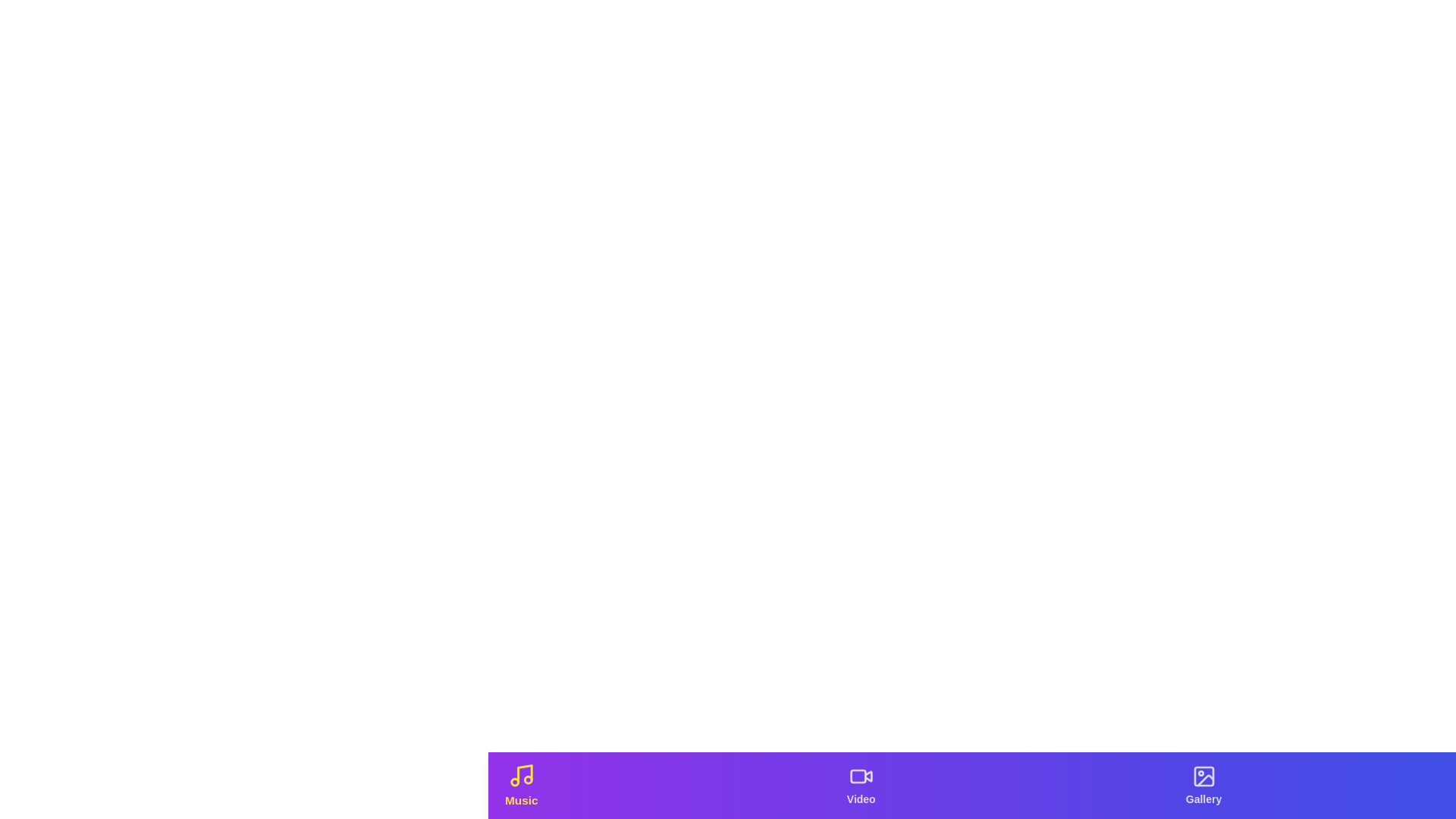 The width and height of the screenshot is (1456, 819). I want to click on the Gallery tab from the navigation bar, so click(1203, 785).